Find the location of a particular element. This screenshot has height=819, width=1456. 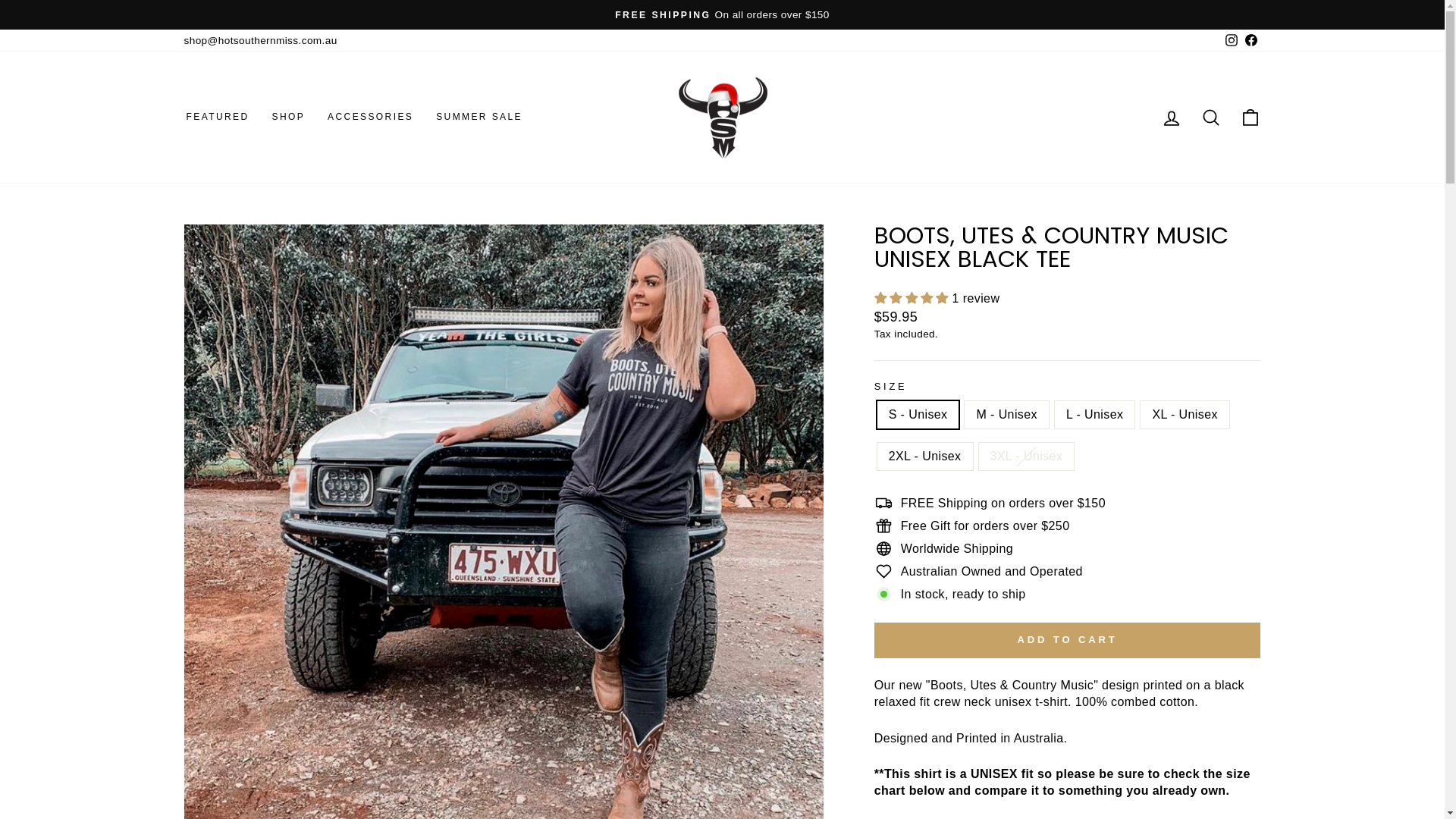

'SEARCH' is located at coordinates (1210, 116).